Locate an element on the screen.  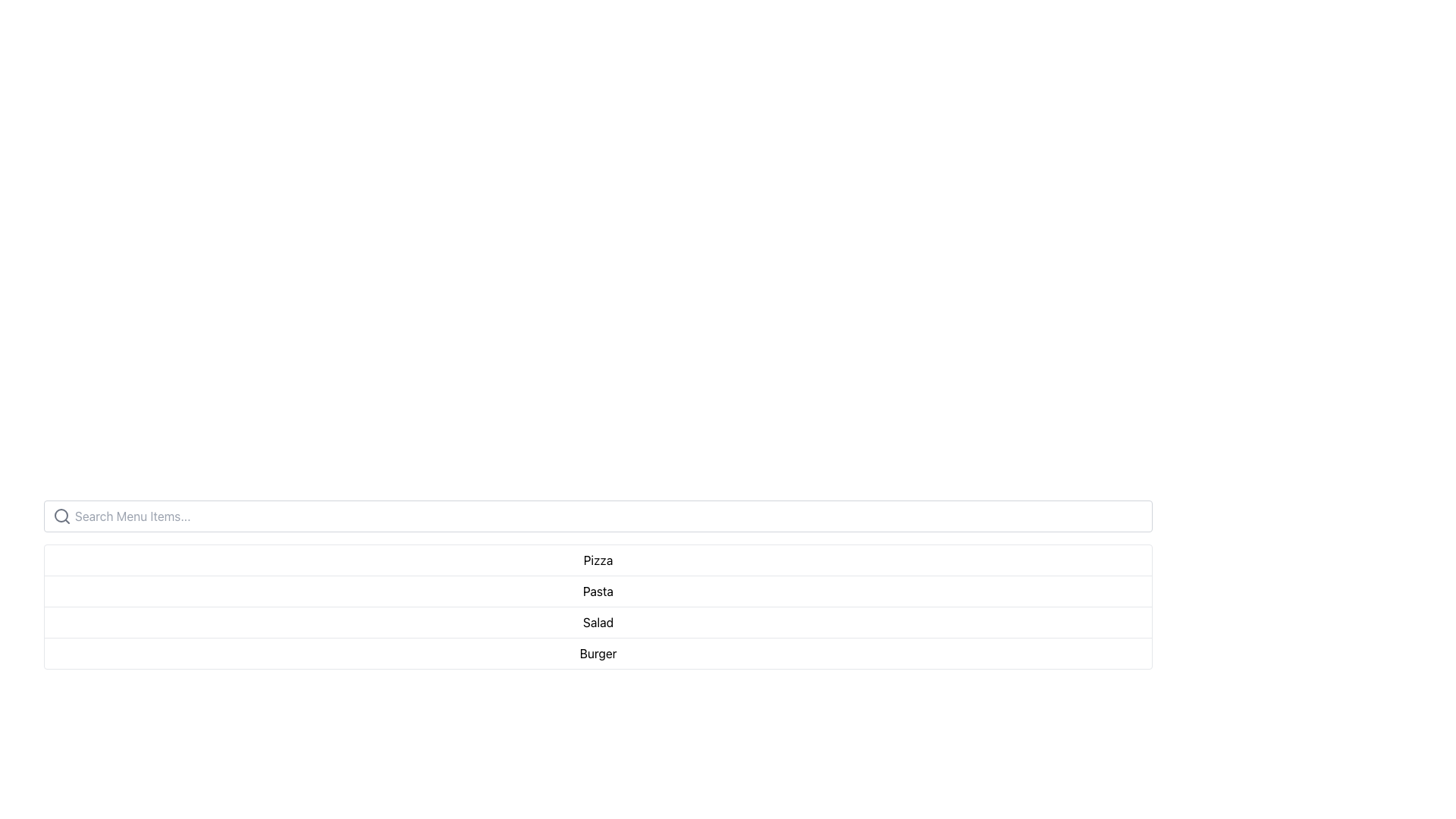
the text item 'Pasta' in the selectable menu list is located at coordinates (597, 590).